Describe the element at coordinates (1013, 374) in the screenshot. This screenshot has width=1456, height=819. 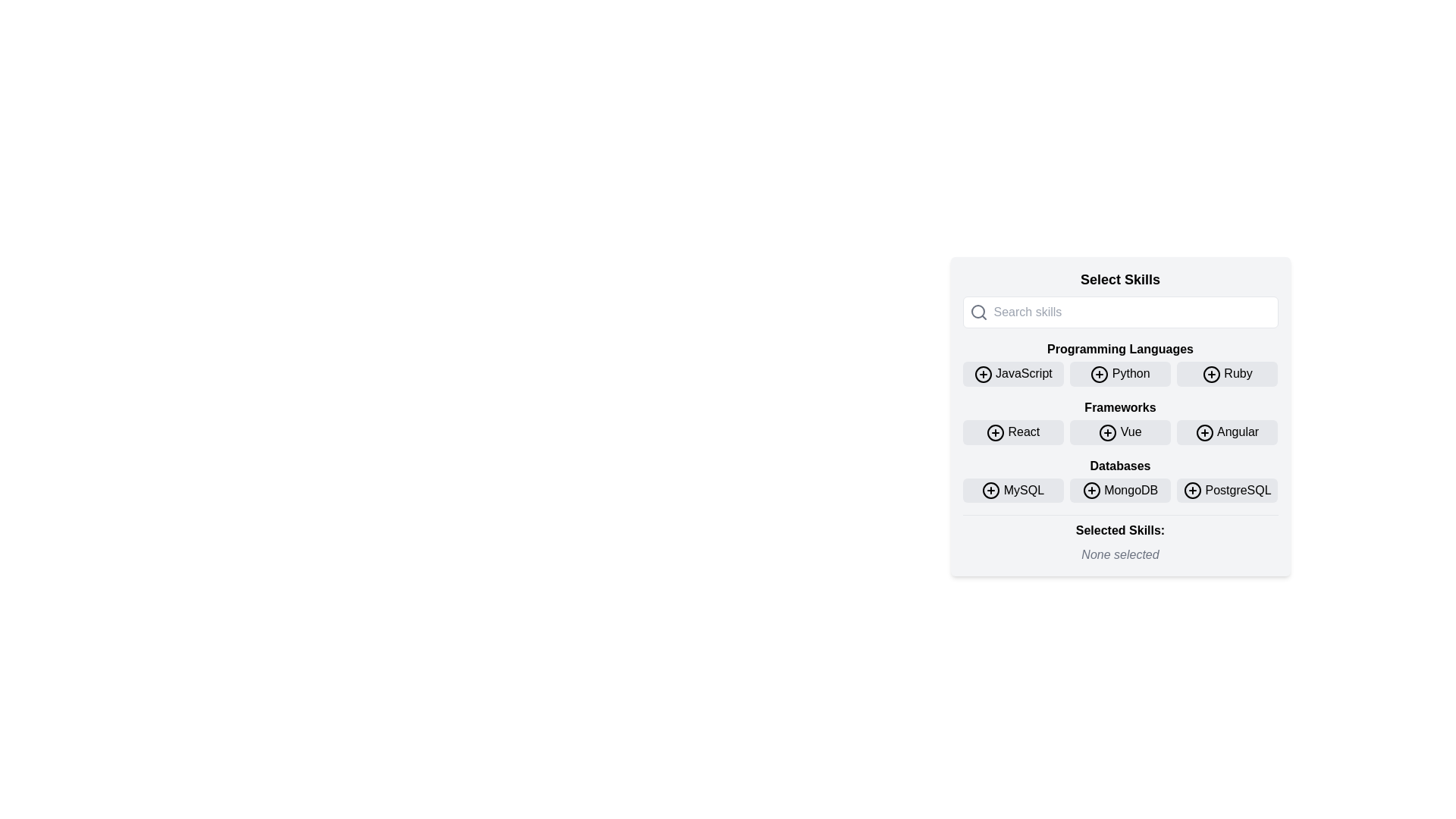
I see `the 'JavaScript' button, which is a rectangular button with rounded corners, a light gray background, and a circular icon with a plus sign to the left of the text` at that location.